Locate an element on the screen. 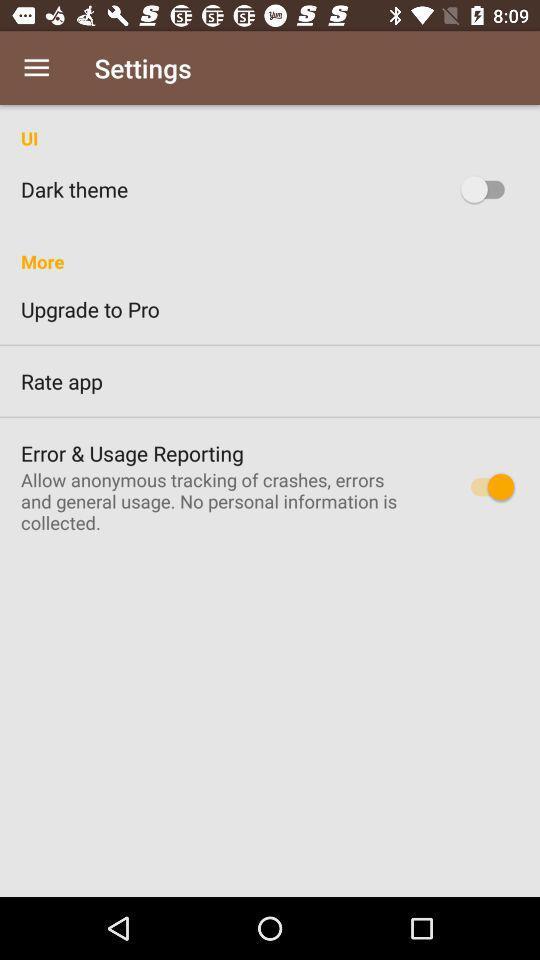 The height and width of the screenshot is (960, 540). dark theme is located at coordinates (486, 189).